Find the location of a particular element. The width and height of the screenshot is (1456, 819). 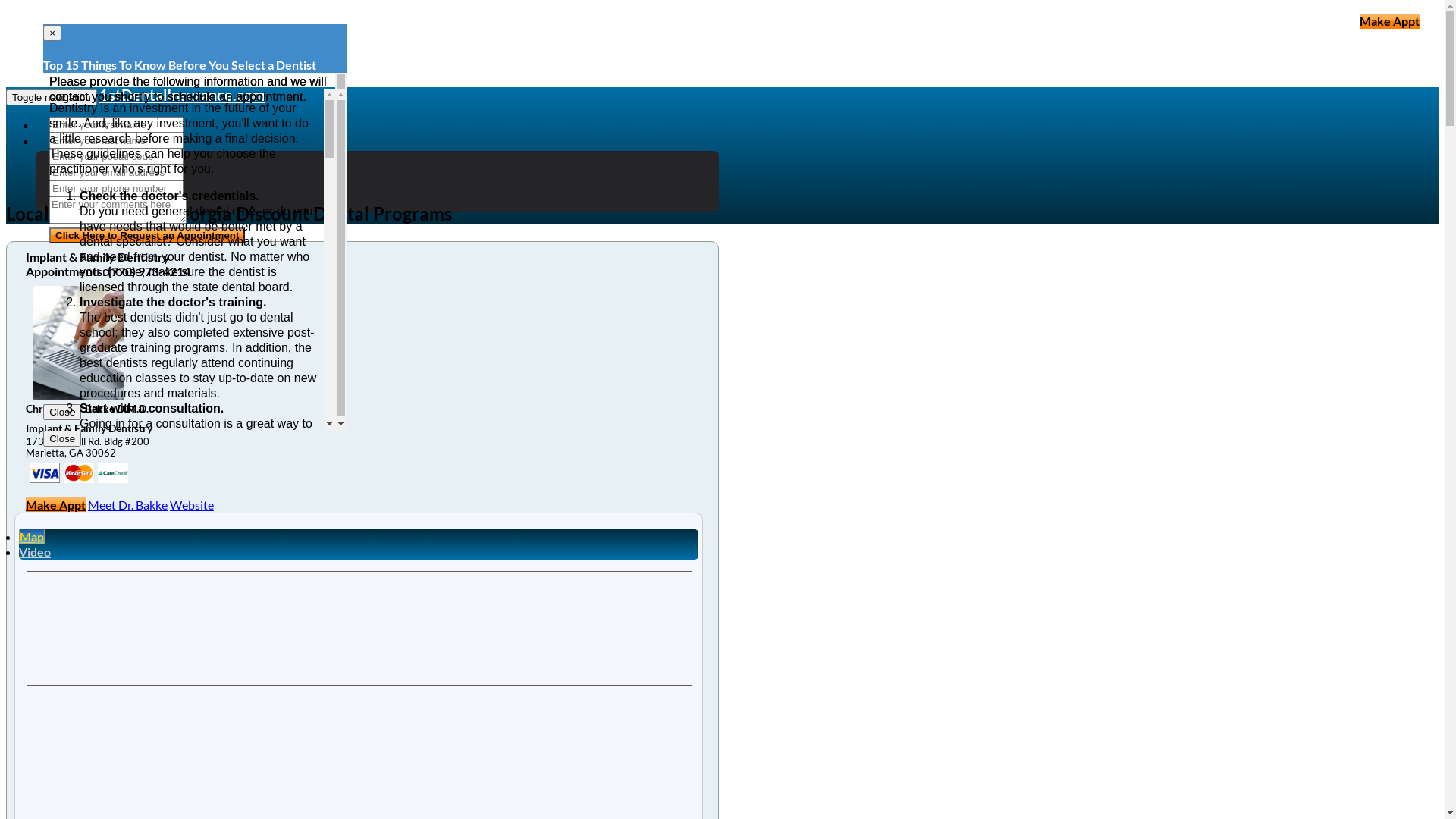

'Toggle navigation' is located at coordinates (51, 97).